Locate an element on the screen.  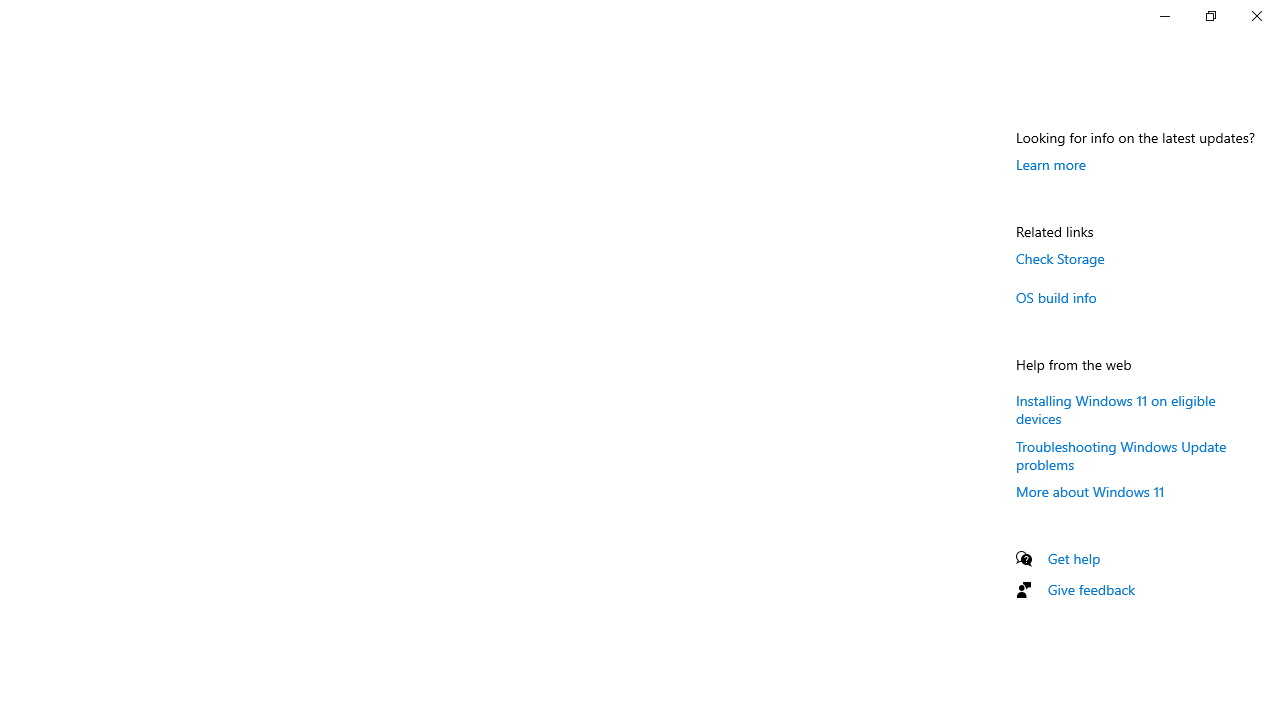
'Get help' is located at coordinates (1073, 558).